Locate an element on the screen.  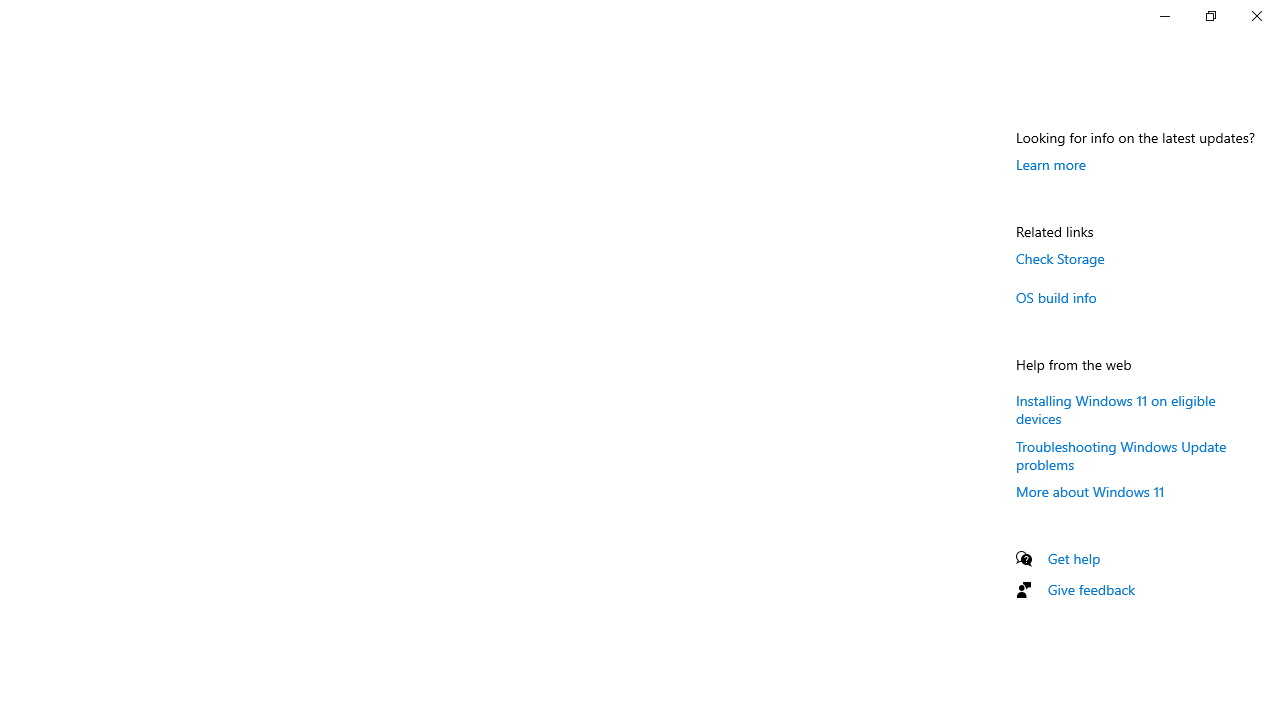
'Get help' is located at coordinates (1073, 558).